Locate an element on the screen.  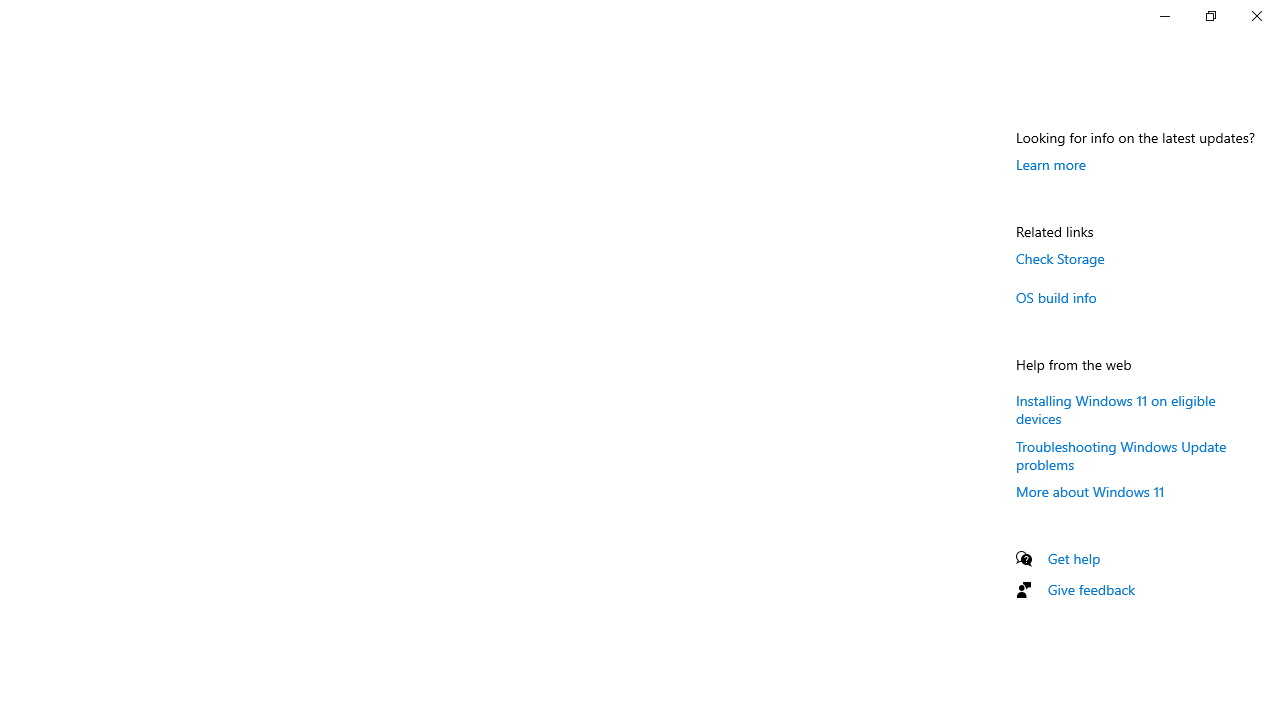
'Get help' is located at coordinates (1073, 558).